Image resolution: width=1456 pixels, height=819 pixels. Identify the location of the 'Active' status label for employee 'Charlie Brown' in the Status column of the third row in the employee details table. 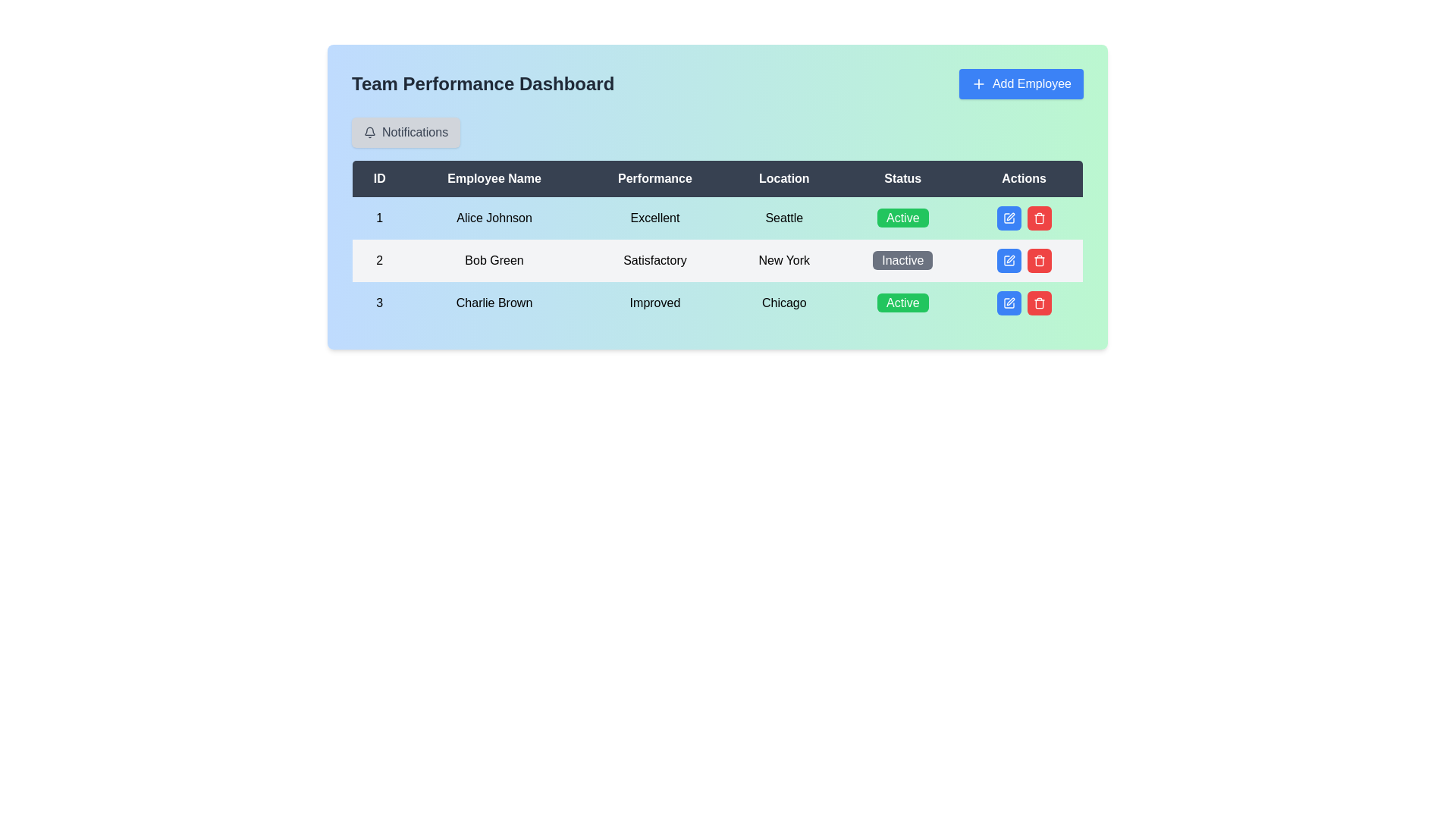
(902, 303).